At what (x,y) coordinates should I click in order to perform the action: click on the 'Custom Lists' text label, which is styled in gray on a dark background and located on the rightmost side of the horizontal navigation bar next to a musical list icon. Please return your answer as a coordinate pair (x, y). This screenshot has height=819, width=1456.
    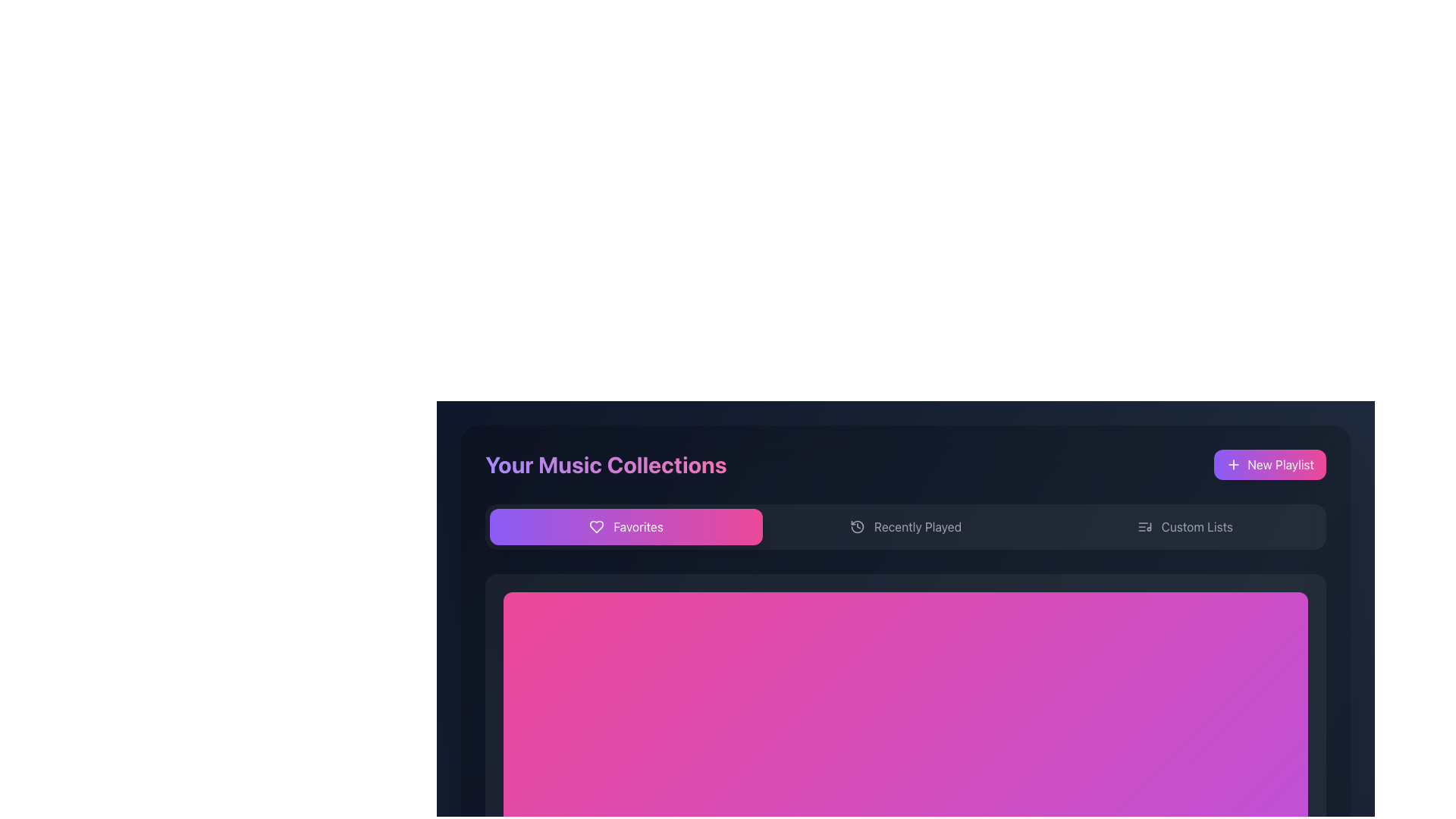
    Looking at the image, I should click on (1196, 526).